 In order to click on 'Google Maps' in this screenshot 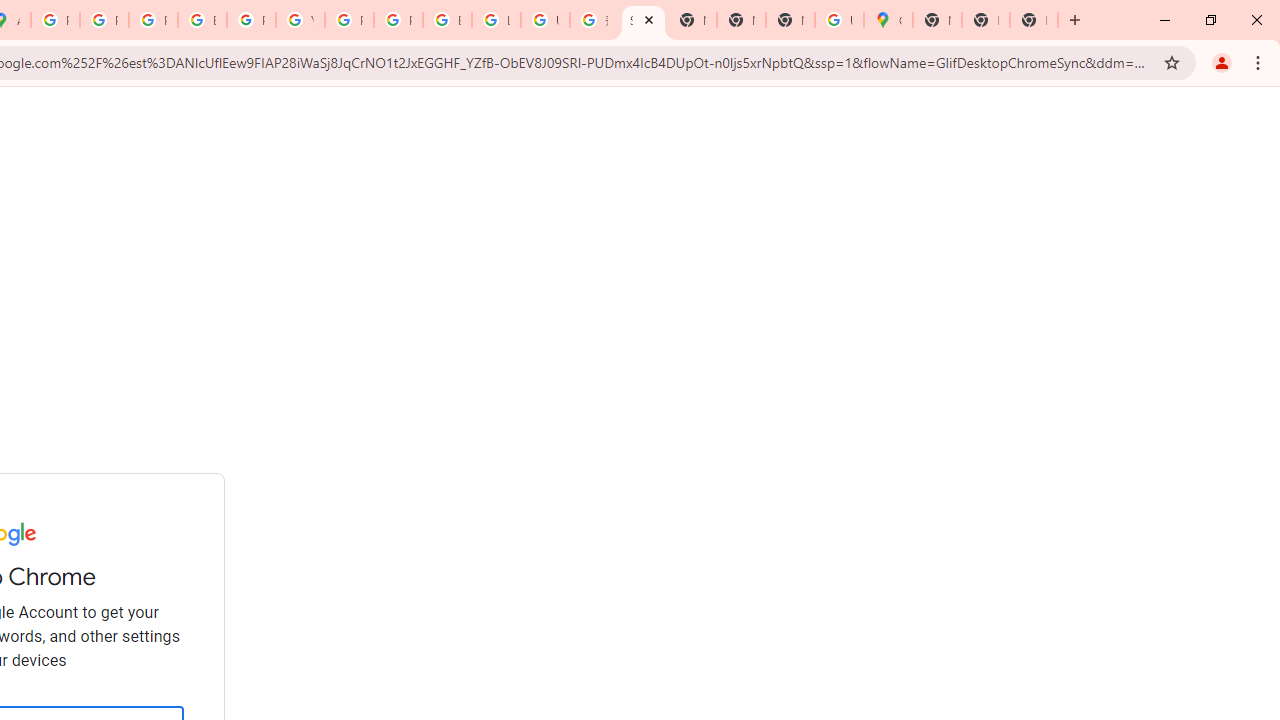, I will do `click(887, 20)`.